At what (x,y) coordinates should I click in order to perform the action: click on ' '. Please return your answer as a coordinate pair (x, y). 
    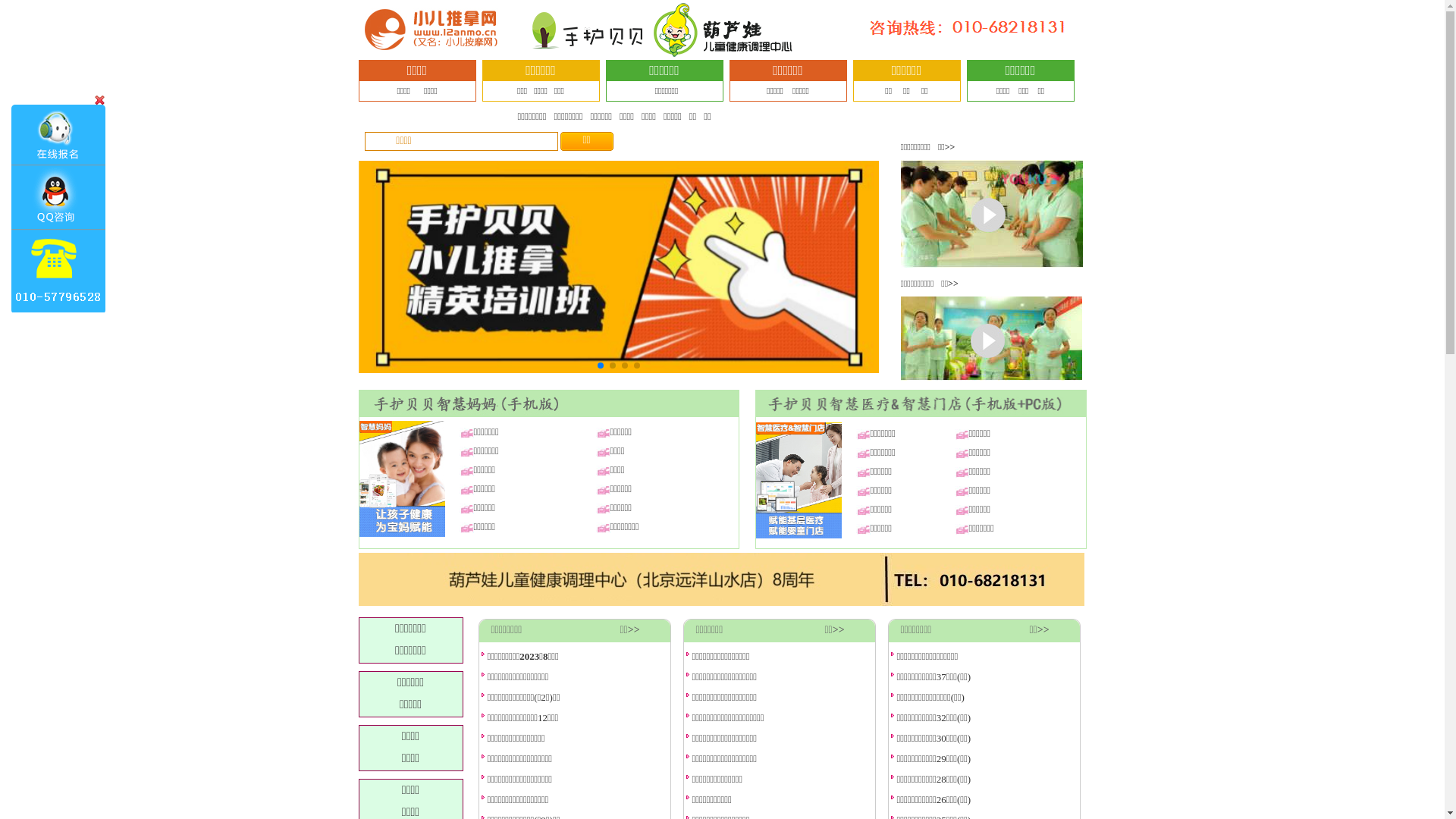
    Looking at the image, I should click on (59, 208).